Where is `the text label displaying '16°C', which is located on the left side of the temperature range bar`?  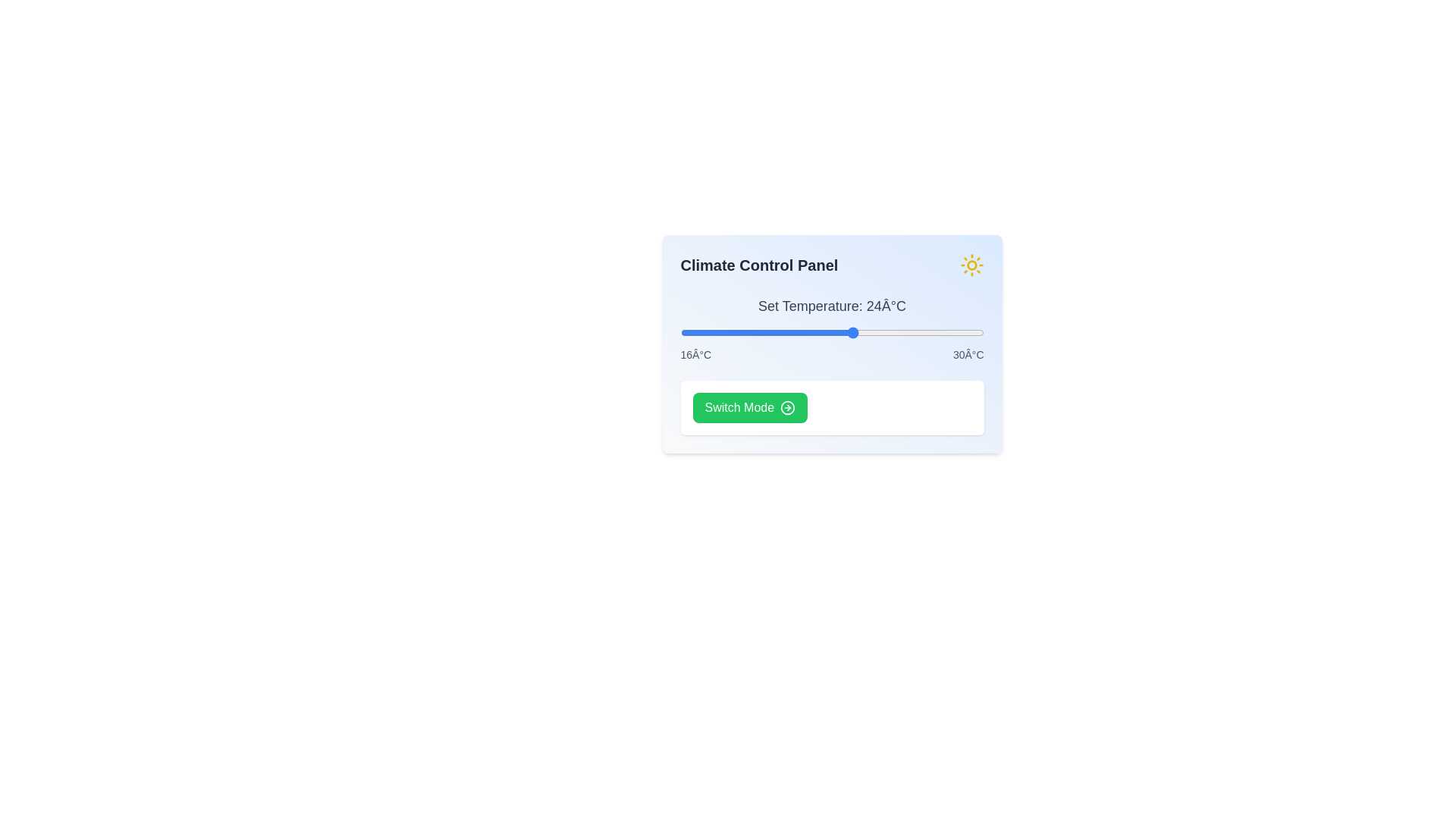 the text label displaying '16°C', which is located on the left side of the temperature range bar is located at coordinates (695, 354).